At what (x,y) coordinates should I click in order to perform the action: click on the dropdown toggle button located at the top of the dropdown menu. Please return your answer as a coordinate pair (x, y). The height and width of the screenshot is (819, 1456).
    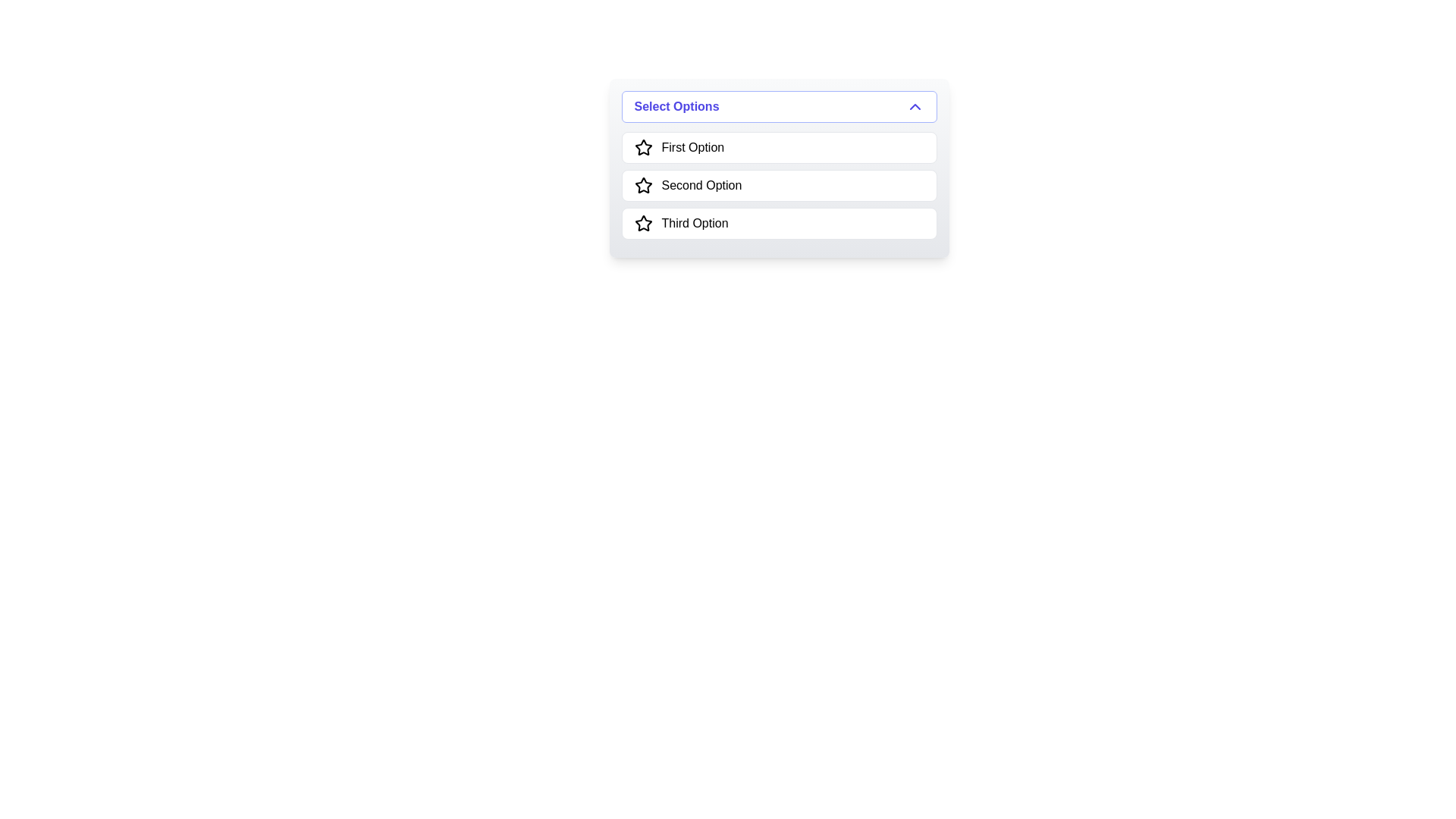
    Looking at the image, I should click on (779, 106).